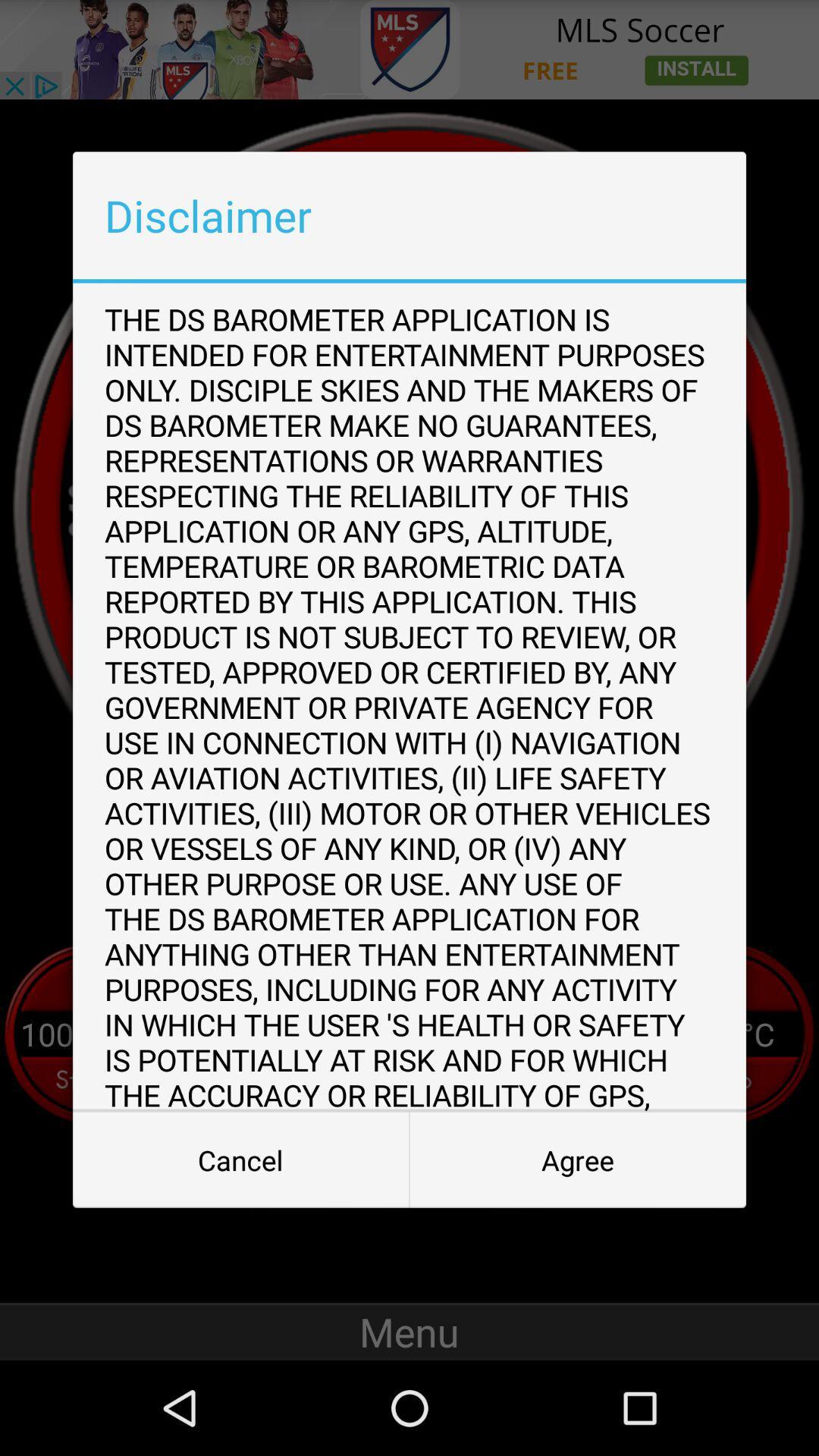 The height and width of the screenshot is (1456, 819). I want to click on the item to the left of the agree button, so click(240, 1159).